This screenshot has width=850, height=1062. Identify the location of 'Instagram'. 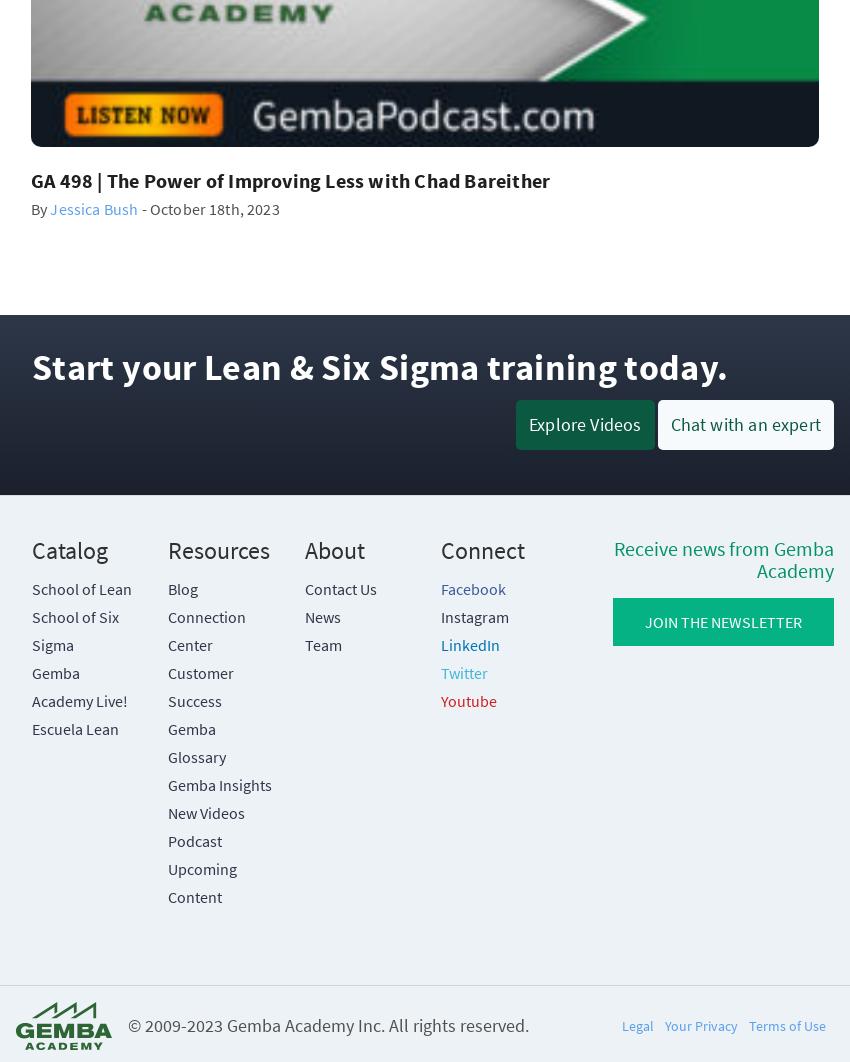
(473, 615).